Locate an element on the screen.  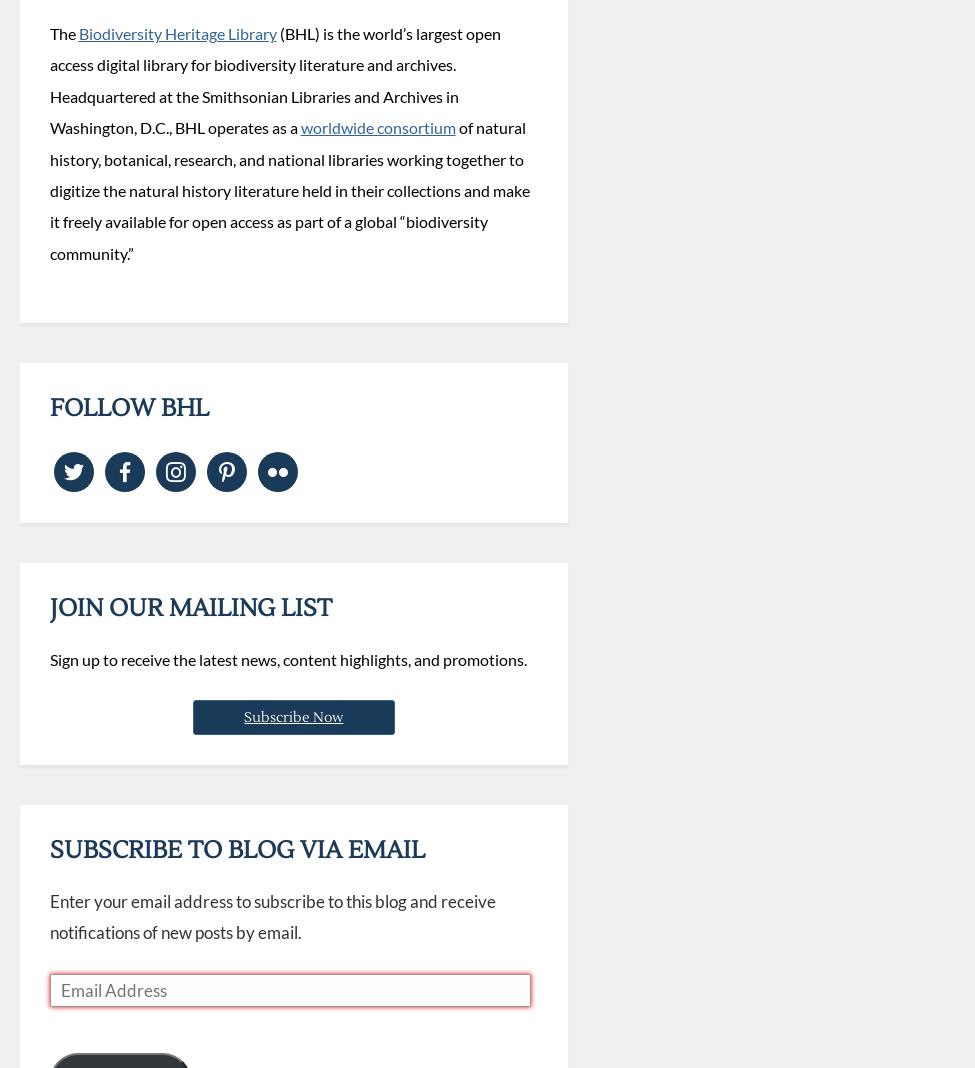
'Subscribe Now' is located at coordinates (292, 716).